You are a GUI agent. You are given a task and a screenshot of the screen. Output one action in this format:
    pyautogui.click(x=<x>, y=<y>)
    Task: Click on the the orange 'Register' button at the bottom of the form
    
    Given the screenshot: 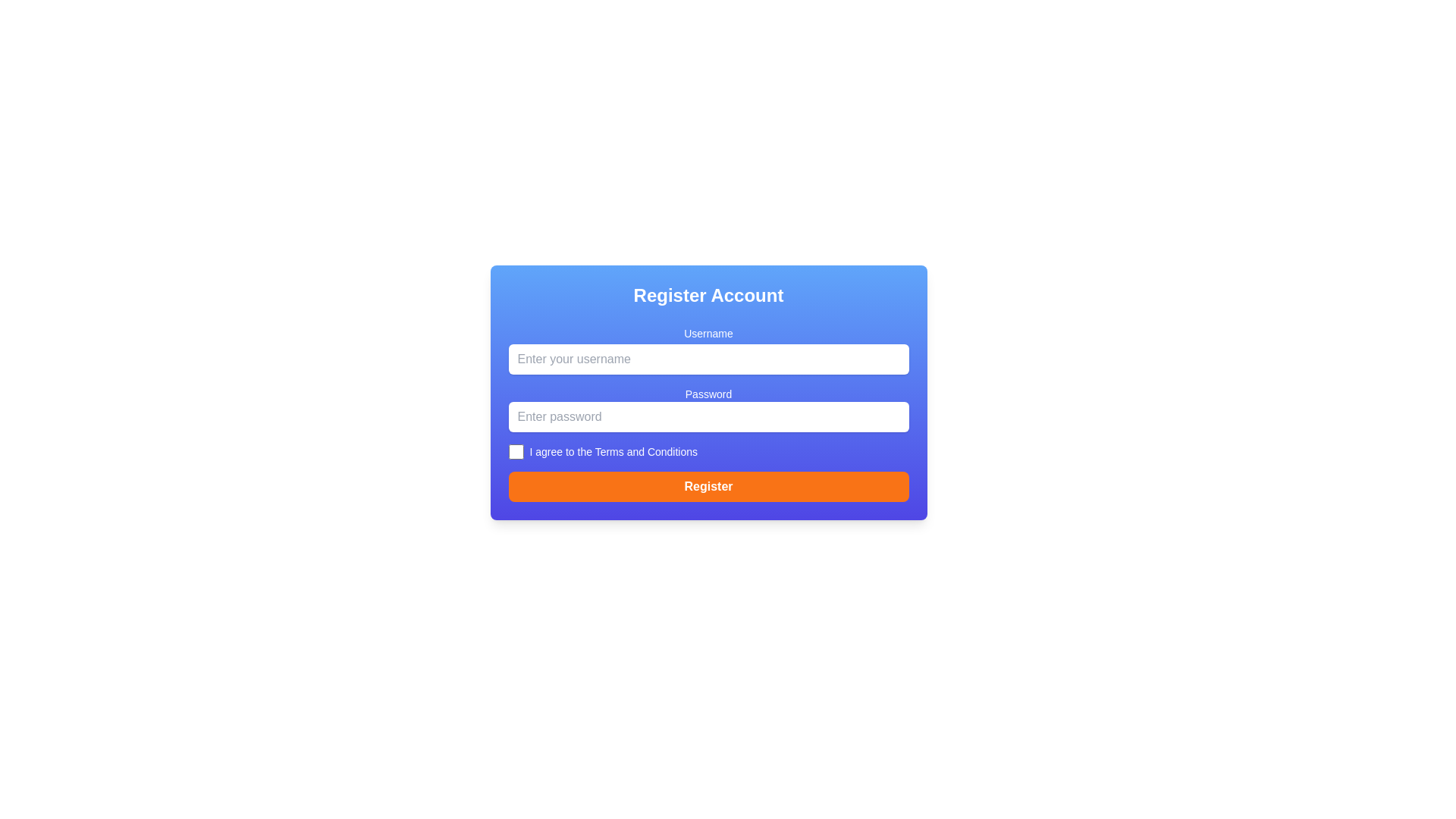 What is the action you would take?
    pyautogui.click(x=708, y=486)
    